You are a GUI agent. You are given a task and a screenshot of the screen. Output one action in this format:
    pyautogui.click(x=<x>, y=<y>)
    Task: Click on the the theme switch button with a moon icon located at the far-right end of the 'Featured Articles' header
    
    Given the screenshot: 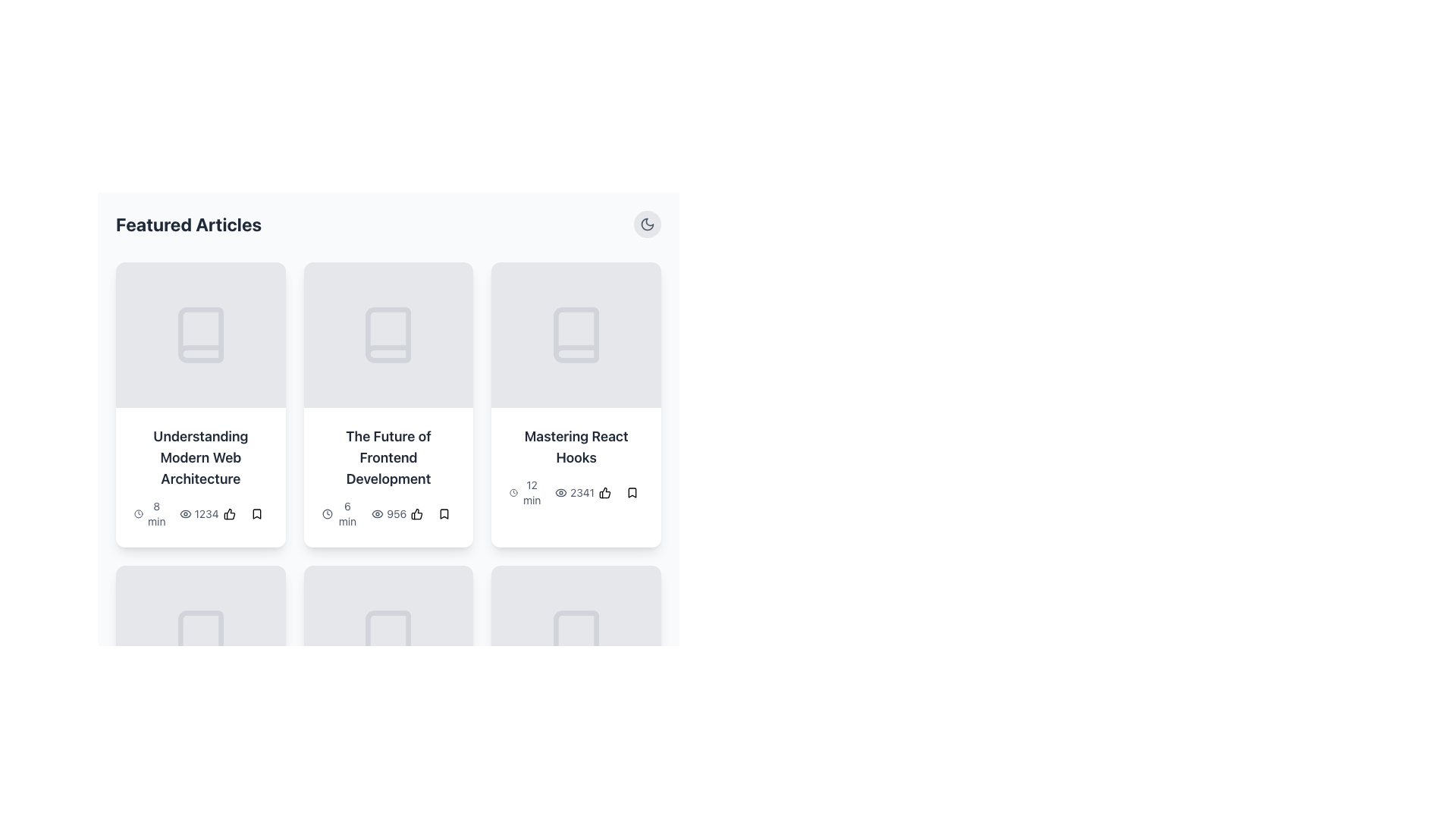 What is the action you would take?
    pyautogui.click(x=648, y=224)
    